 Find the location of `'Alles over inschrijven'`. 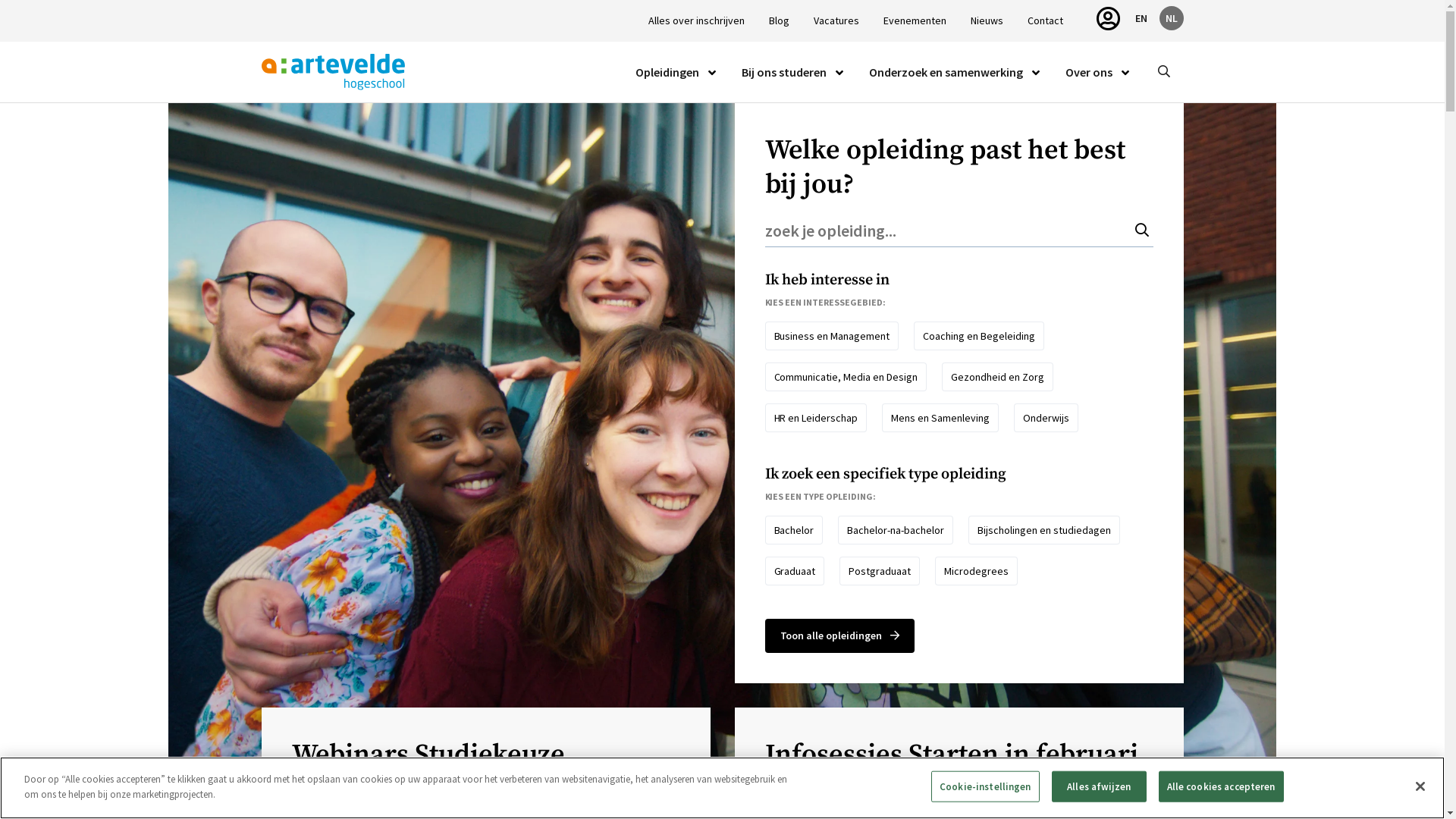

'Alles over inschrijven' is located at coordinates (695, 20).